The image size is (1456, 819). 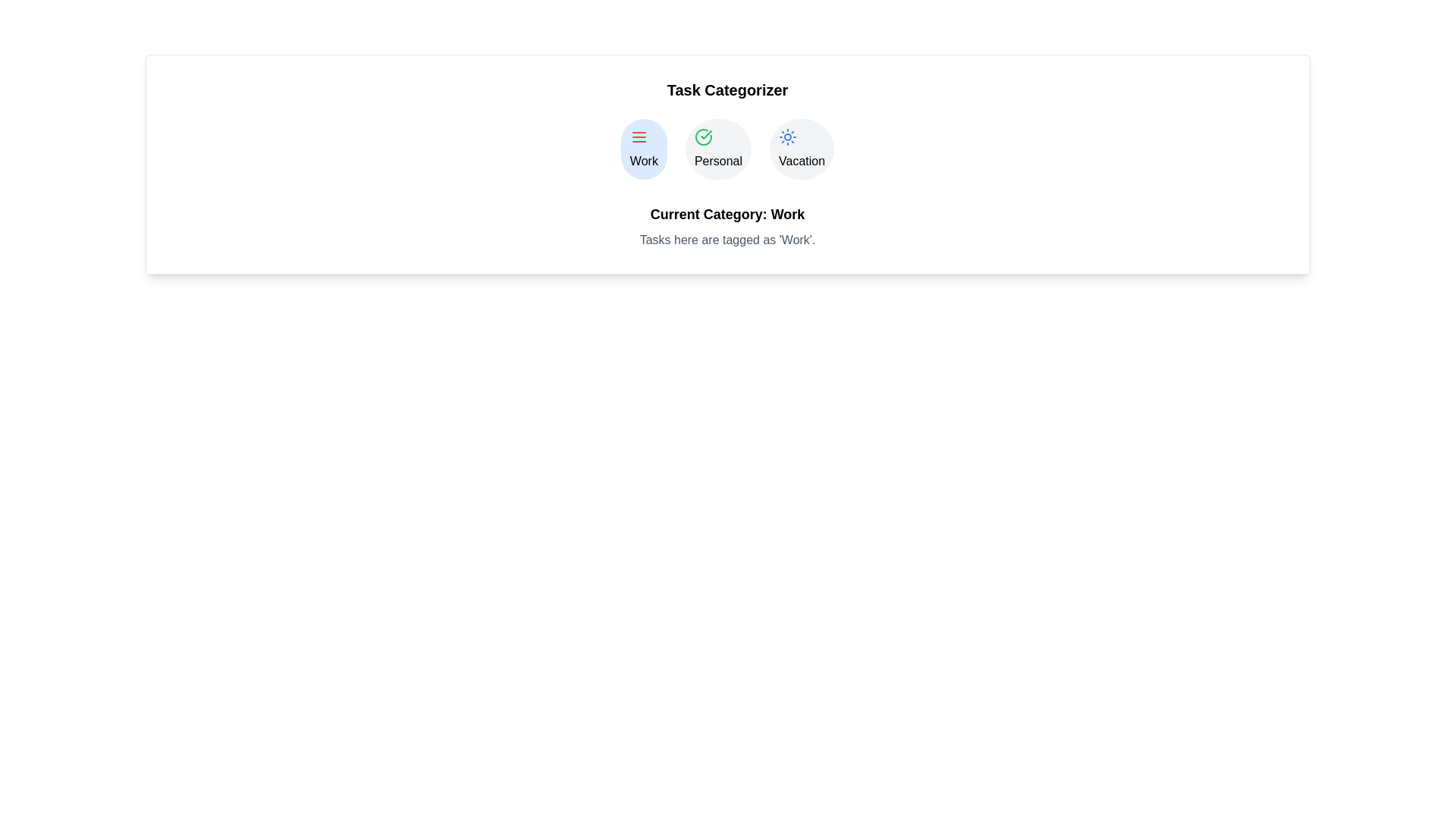 What do you see at coordinates (726, 149) in the screenshot?
I see `the circular sections in the mode selector for task categorization located below 'Task Categorizer'` at bounding box center [726, 149].